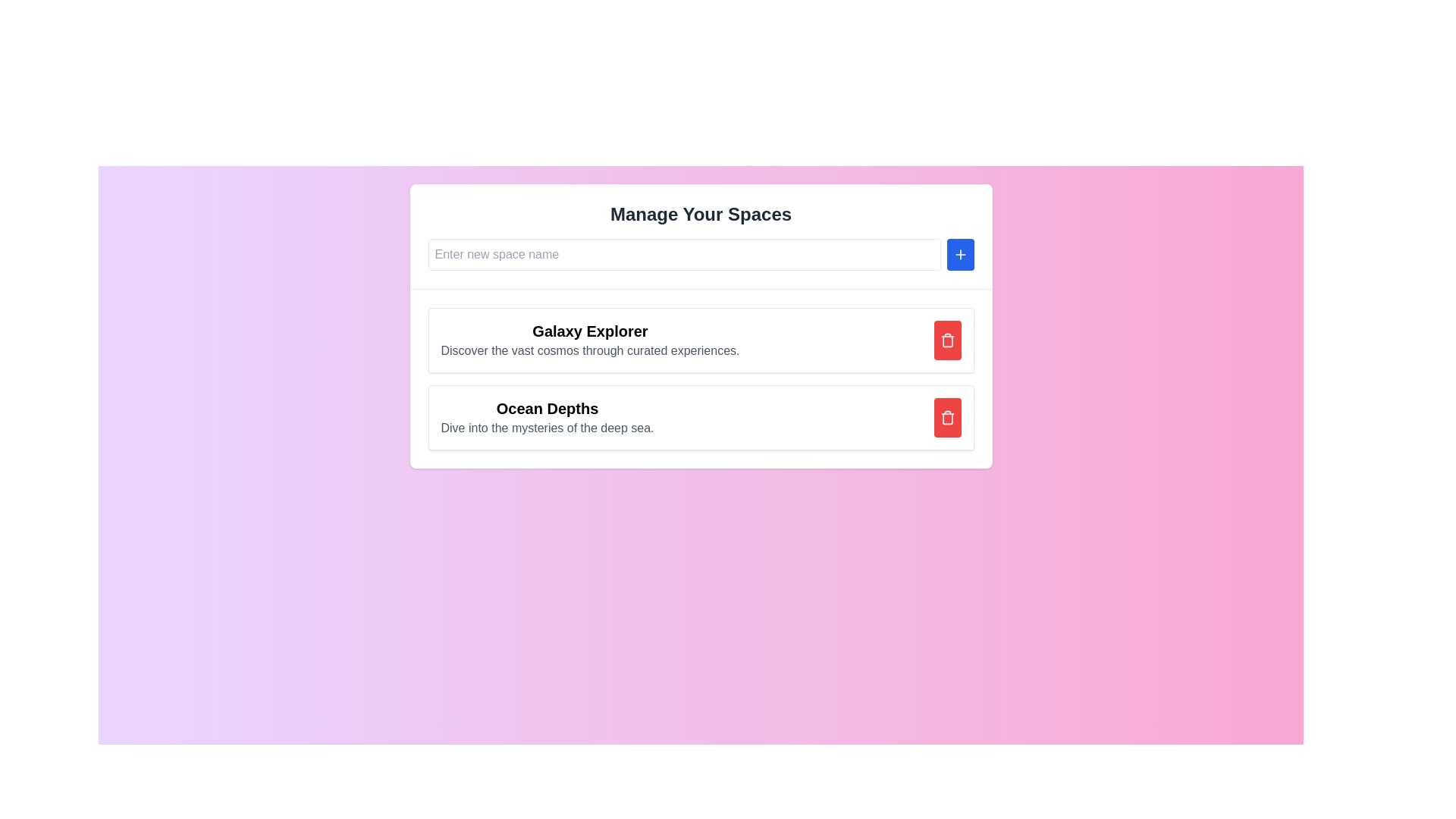  Describe the element at coordinates (946, 418) in the screenshot. I see `the delete button associated with the item 'Ocean Depths'` at that location.